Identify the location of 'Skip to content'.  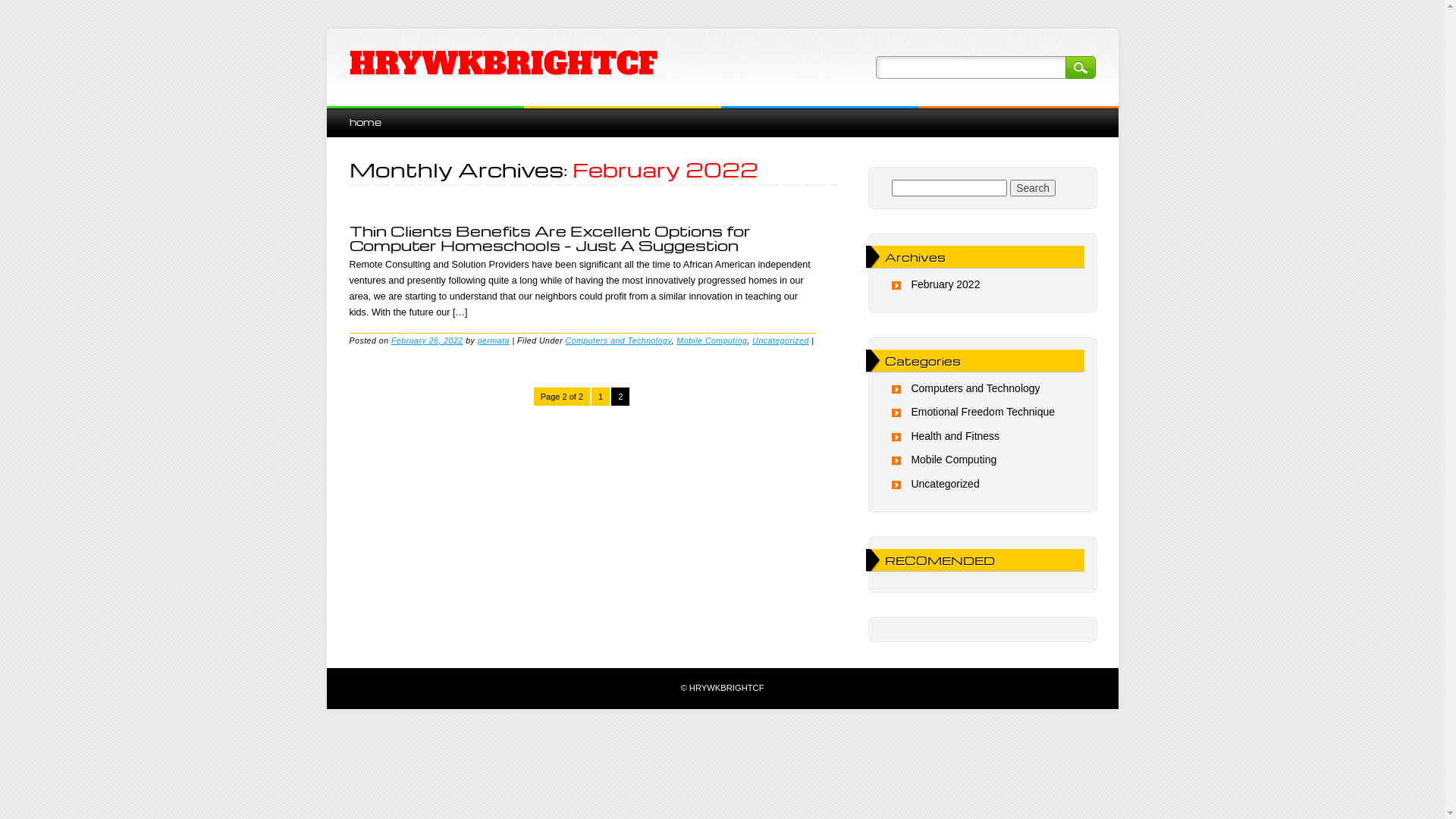
(360, 113).